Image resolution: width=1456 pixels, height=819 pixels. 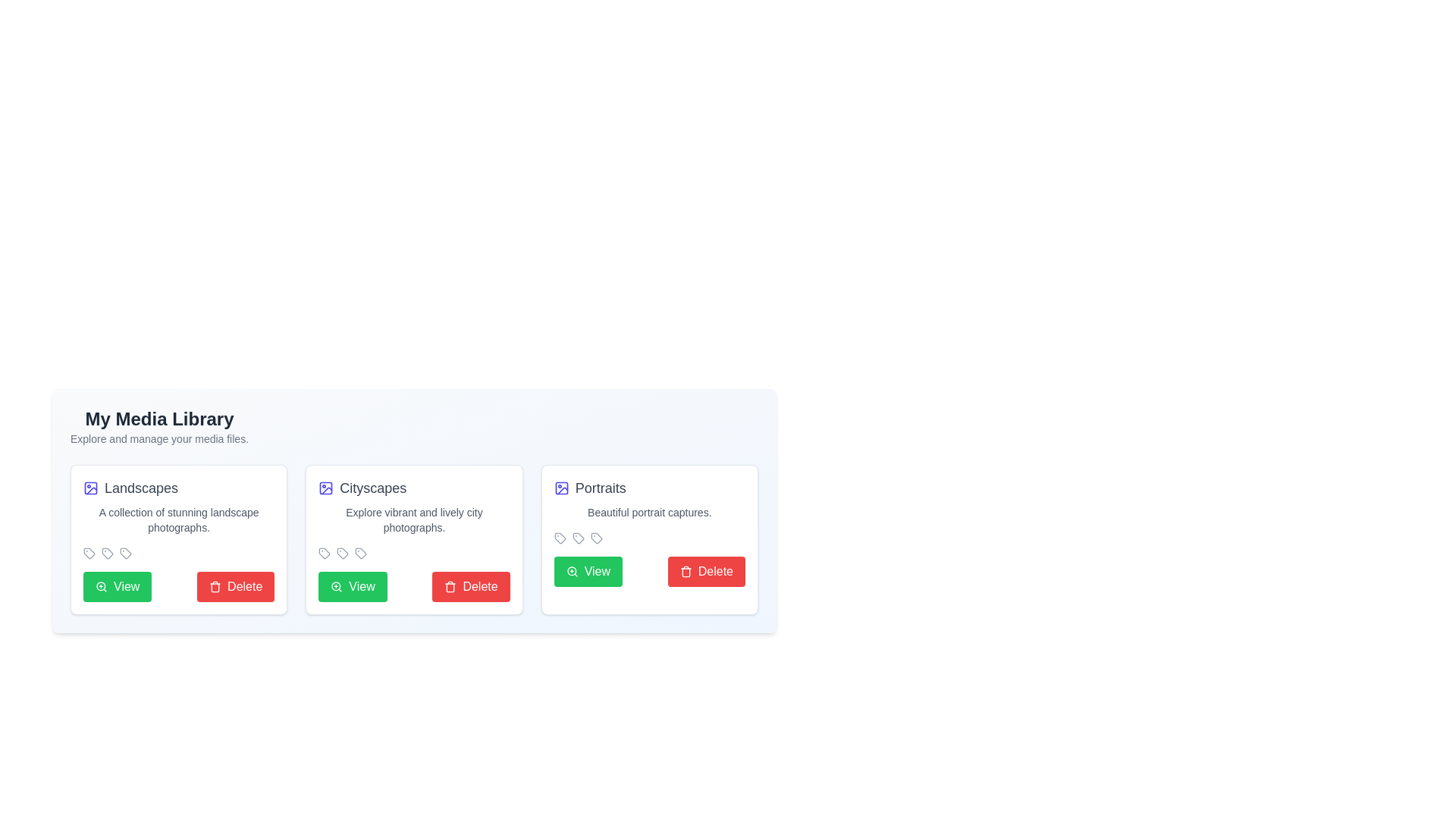 What do you see at coordinates (117, 586) in the screenshot?
I see `the first 'View' button in the 'Landscapes' section to observe the hover effect` at bounding box center [117, 586].